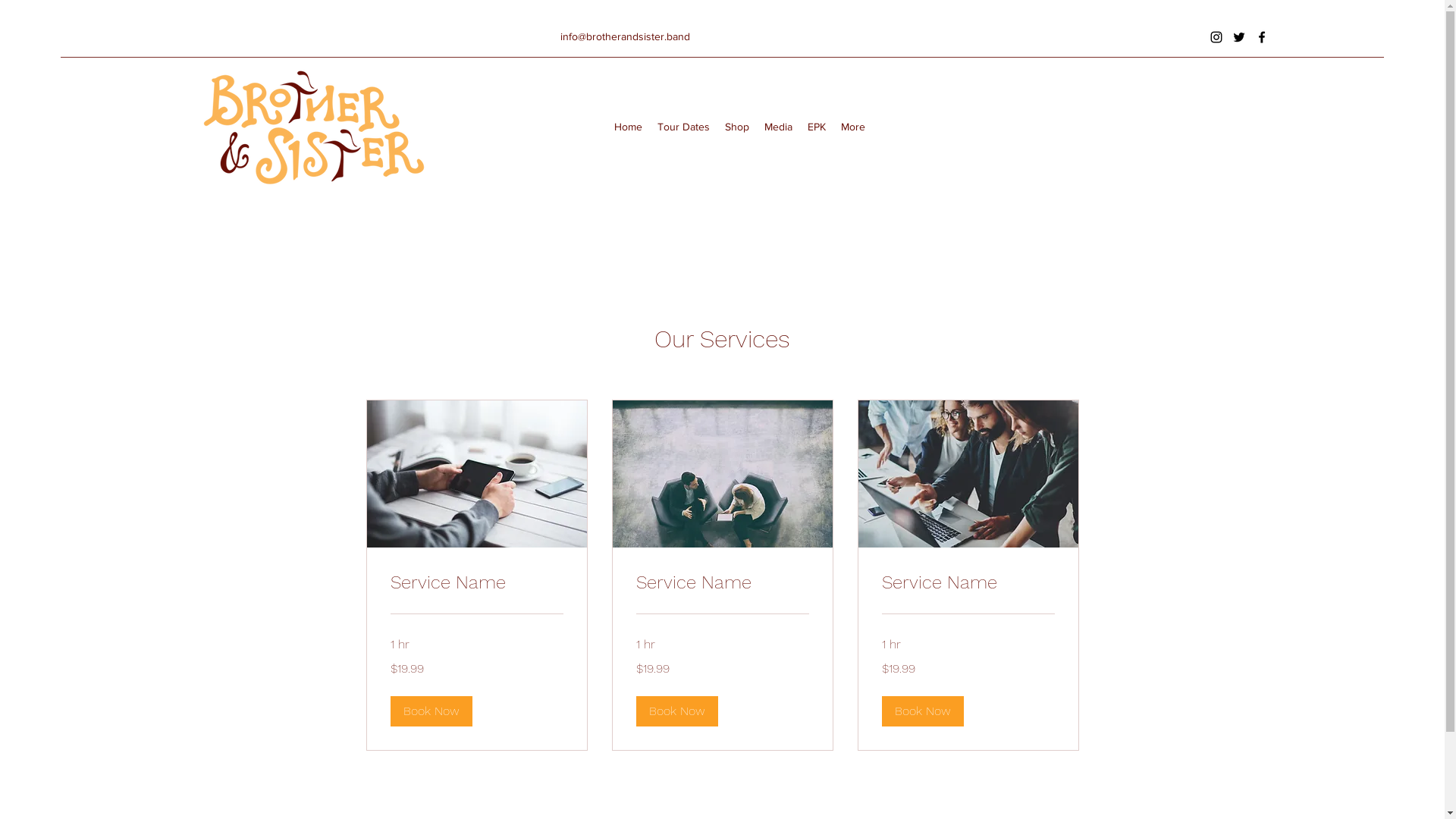 The height and width of the screenshot is (819, 1456). Describe the element at coordinates (799, 125) in the screenshot. I see `'EPK'` at that location.